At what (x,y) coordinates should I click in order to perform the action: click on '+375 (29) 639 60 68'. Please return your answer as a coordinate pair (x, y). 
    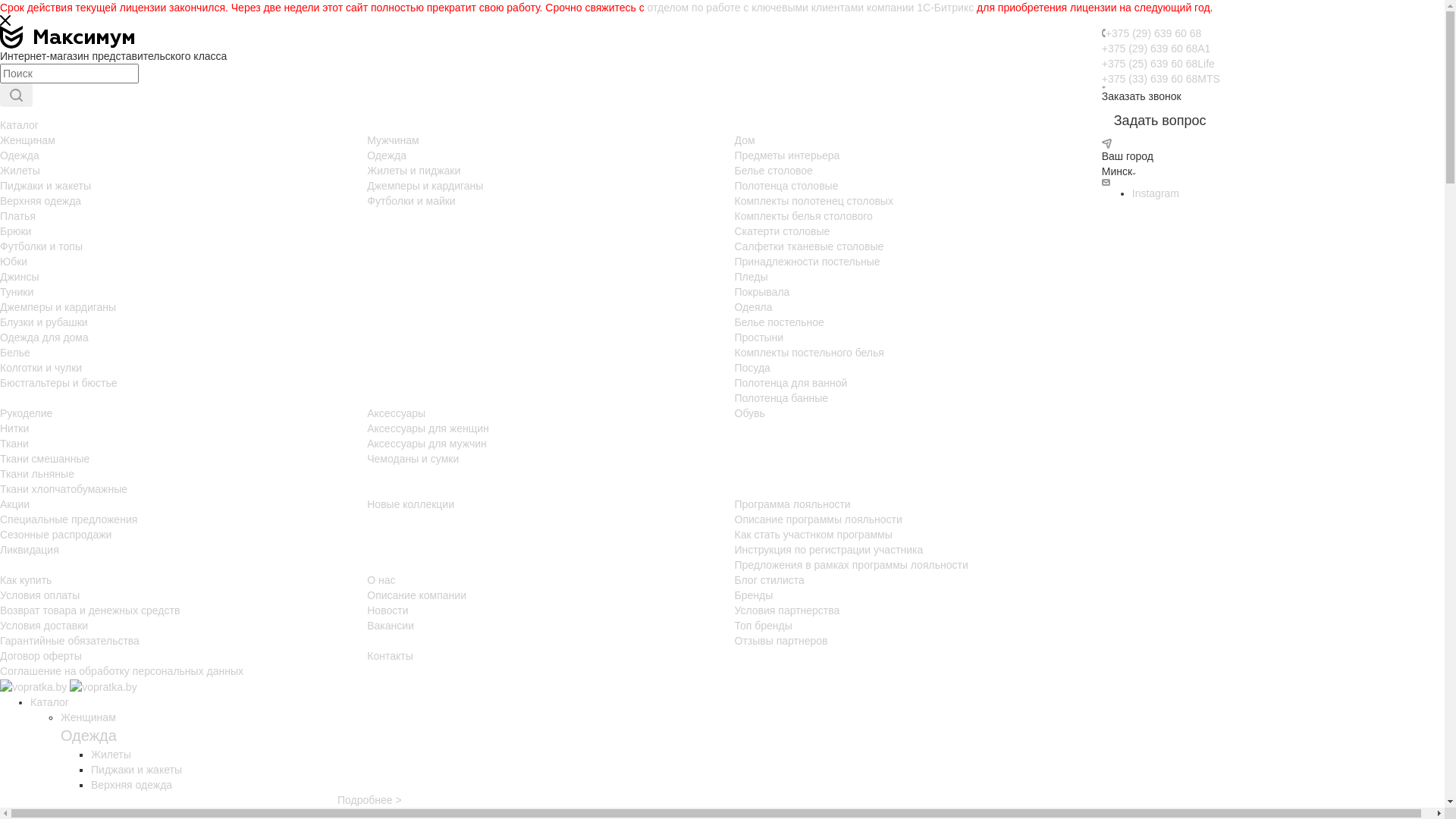
    Looking at the image, I should click on (1153, 33).